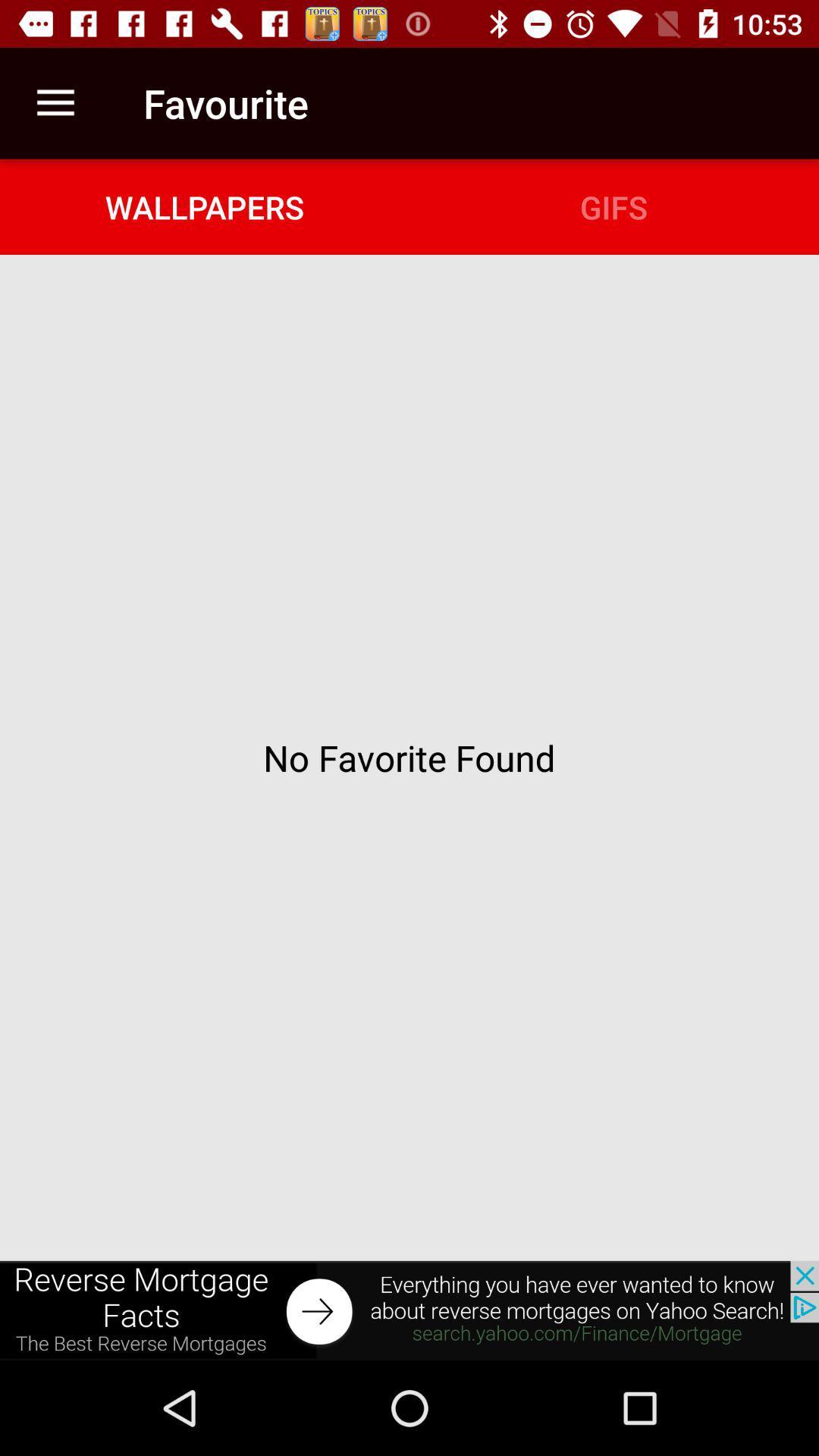  Describe the element at coordinates (409, 1310) in the screenshot. I see `open advertisement` at that location.